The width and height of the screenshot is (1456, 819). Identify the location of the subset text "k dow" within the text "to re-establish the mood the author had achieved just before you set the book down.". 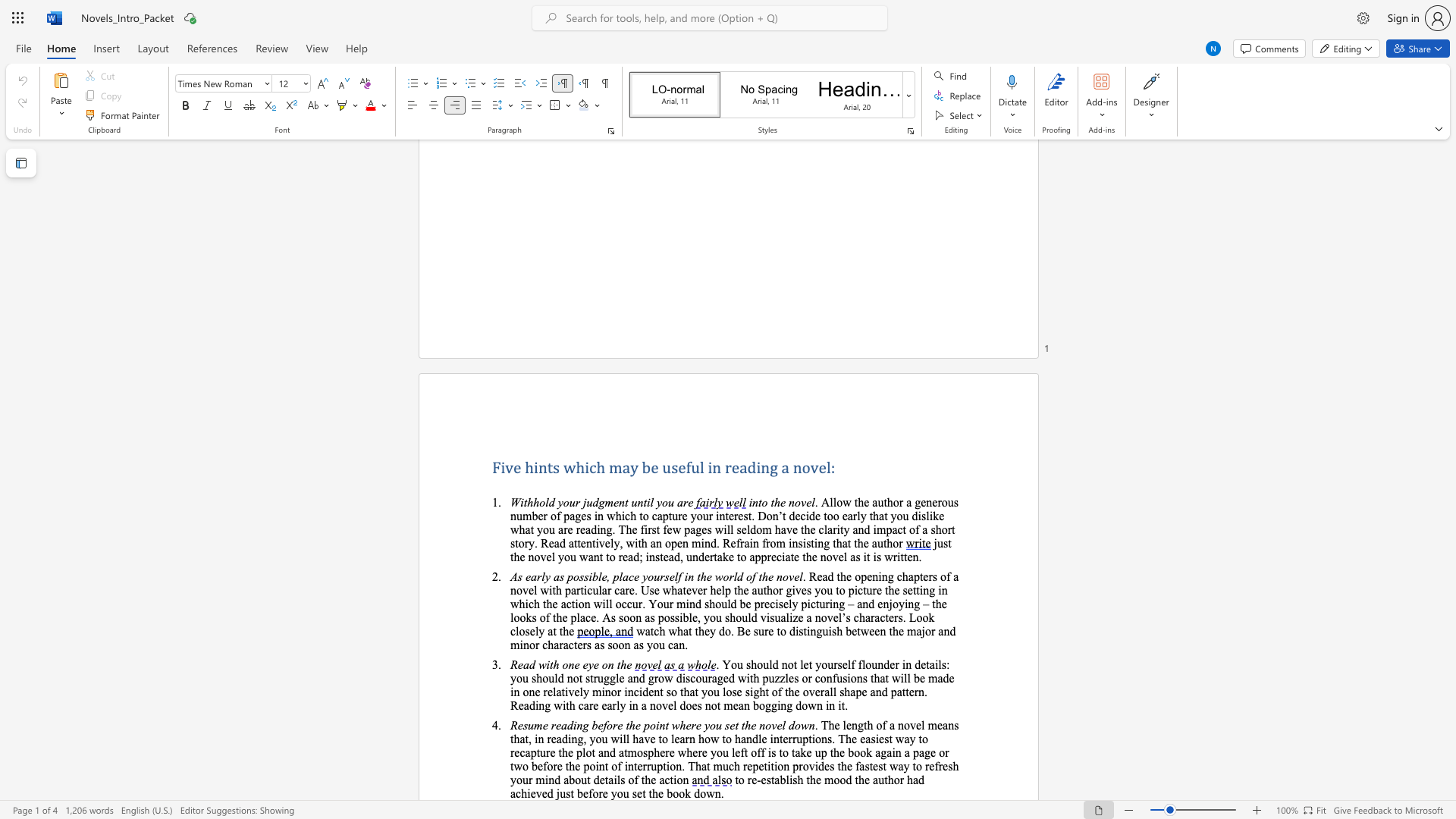
(684, 792).